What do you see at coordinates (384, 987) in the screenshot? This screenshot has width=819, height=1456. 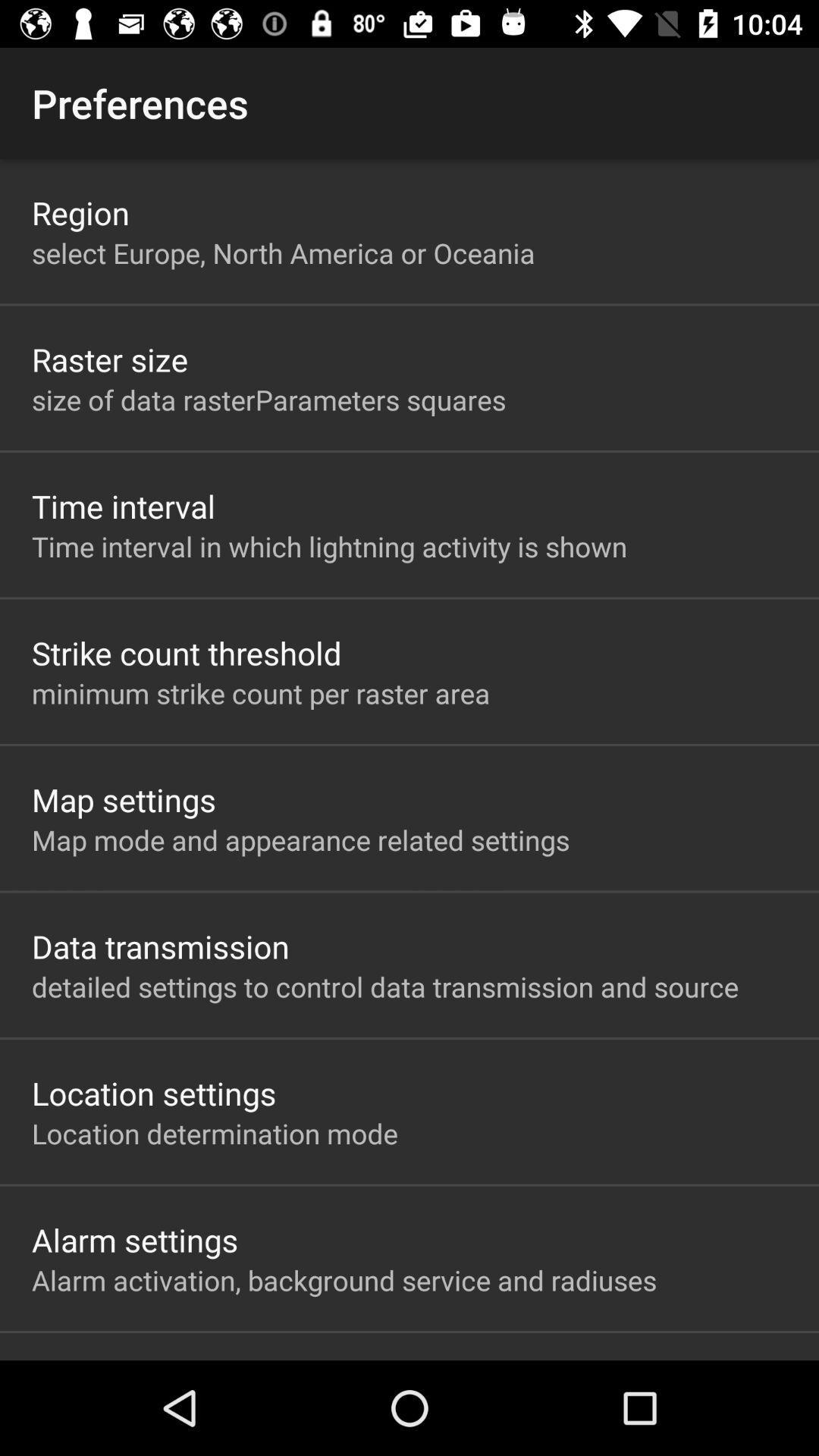 I see `app above the location settings item` at bounding box center [384, 987].